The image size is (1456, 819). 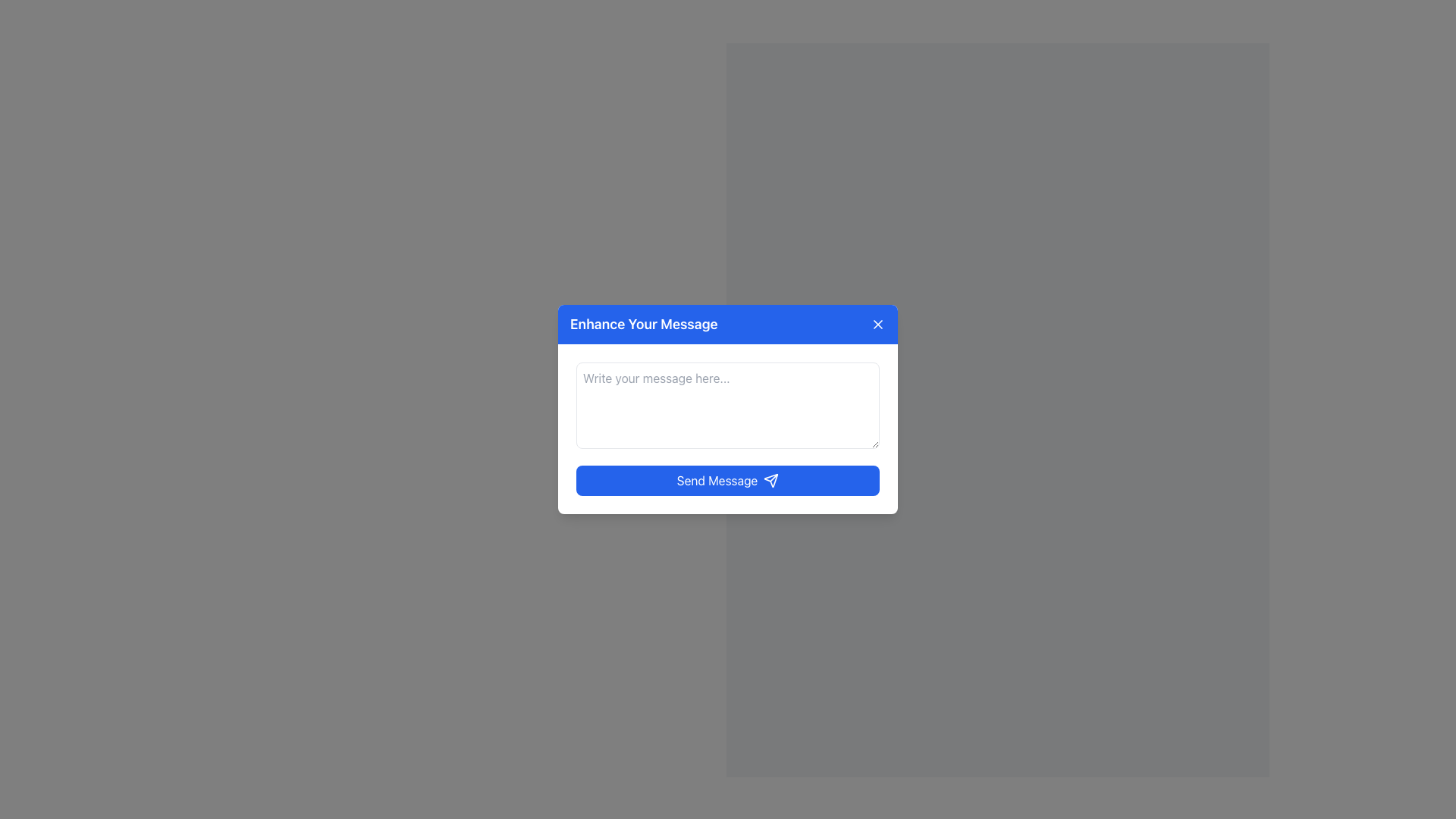 I want to click on the small red 'X' icon button located at the top-right corner of the blue header section of the popup window titled 'Enhance Your Message' via tab navigation, so click(x=877, y=324).